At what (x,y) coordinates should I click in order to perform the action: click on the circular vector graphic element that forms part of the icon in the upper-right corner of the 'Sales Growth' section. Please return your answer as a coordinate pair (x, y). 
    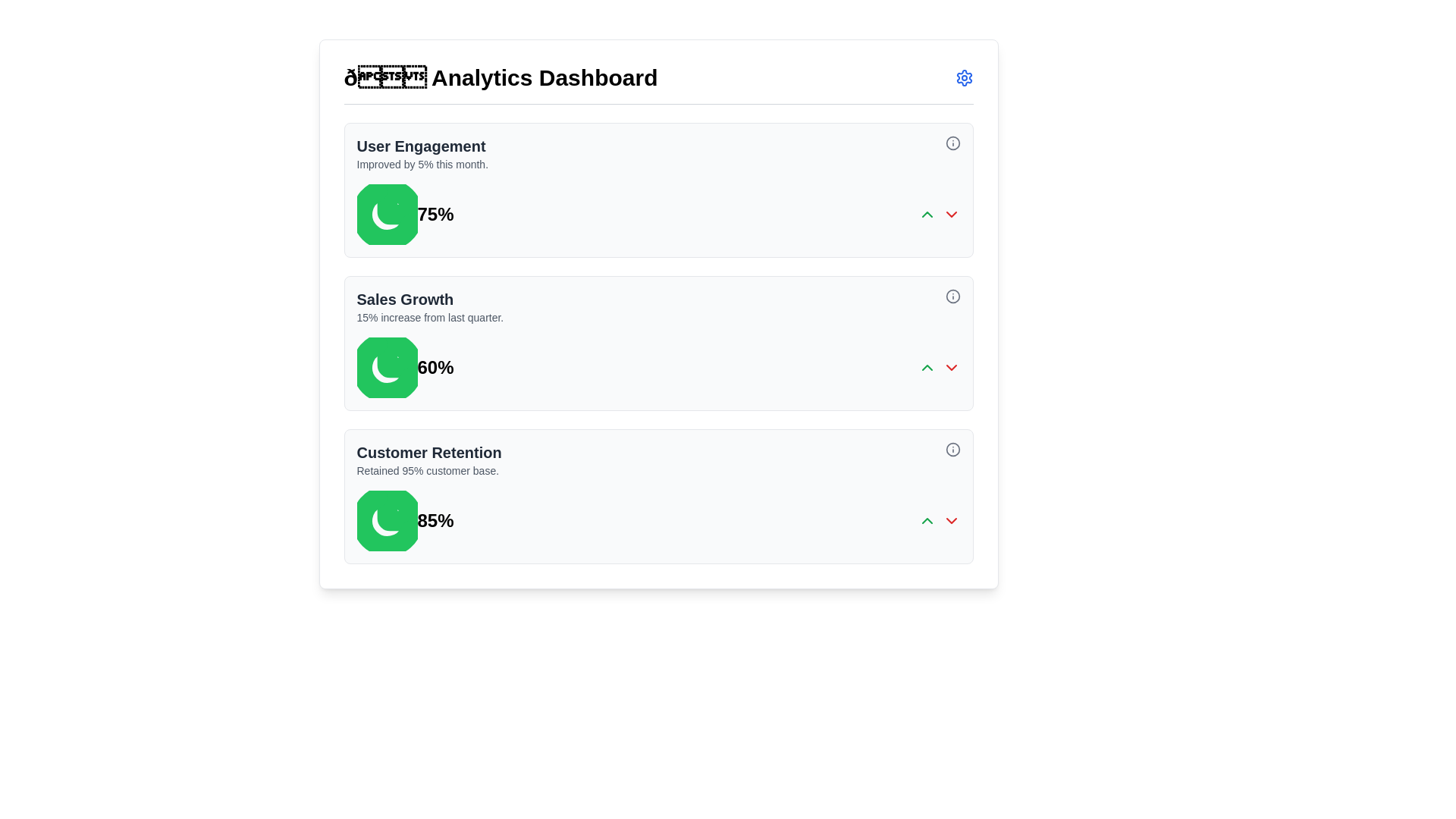
    Looking at the image, I should click on (952, 296).